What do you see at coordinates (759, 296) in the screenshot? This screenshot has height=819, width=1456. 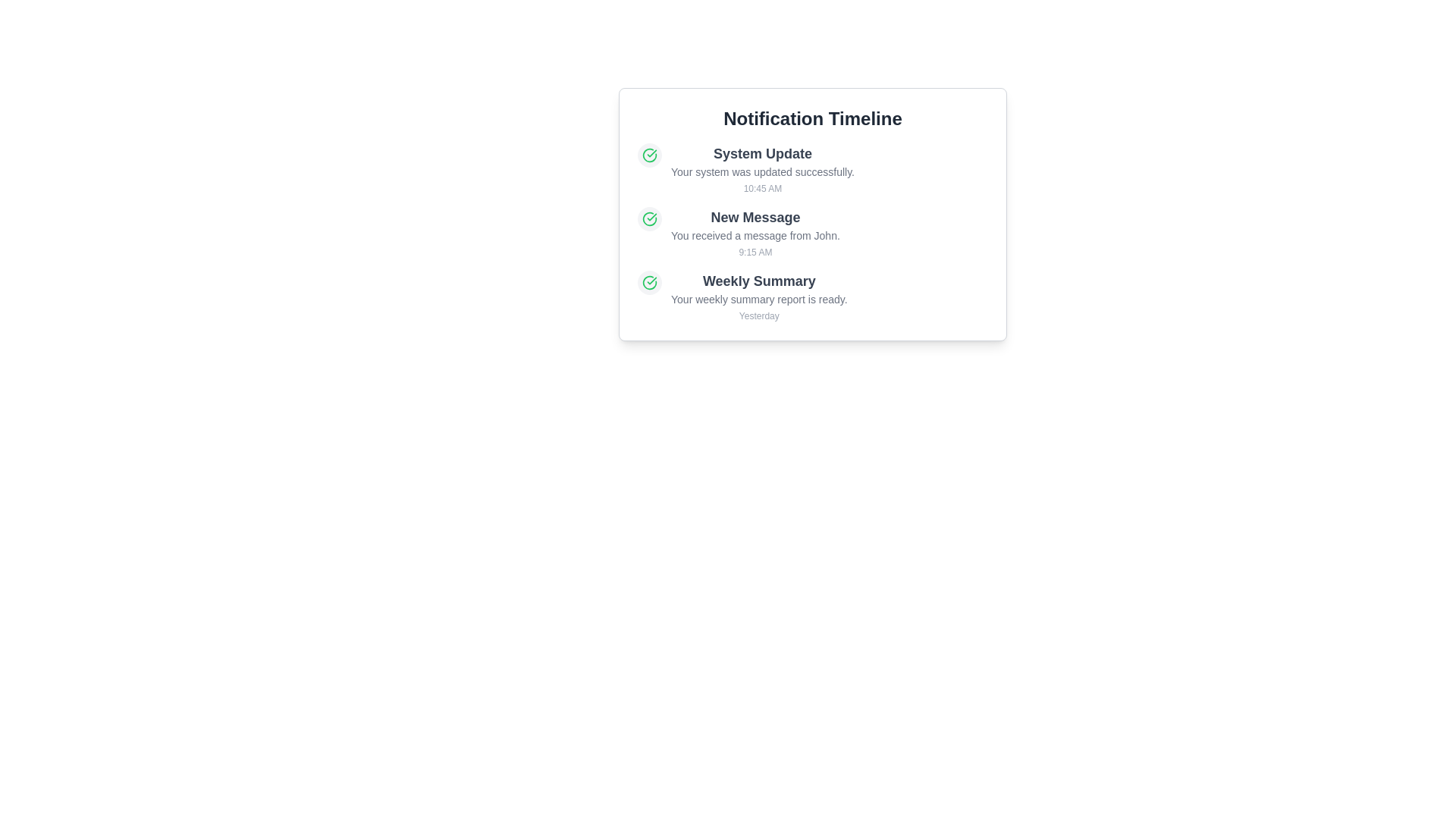 I see `the text block labeled 'Weekly Summary', which includes the lines 'Your weekly summary report is ready.' and 'Yesterday'` at bounding box center [759, 296].